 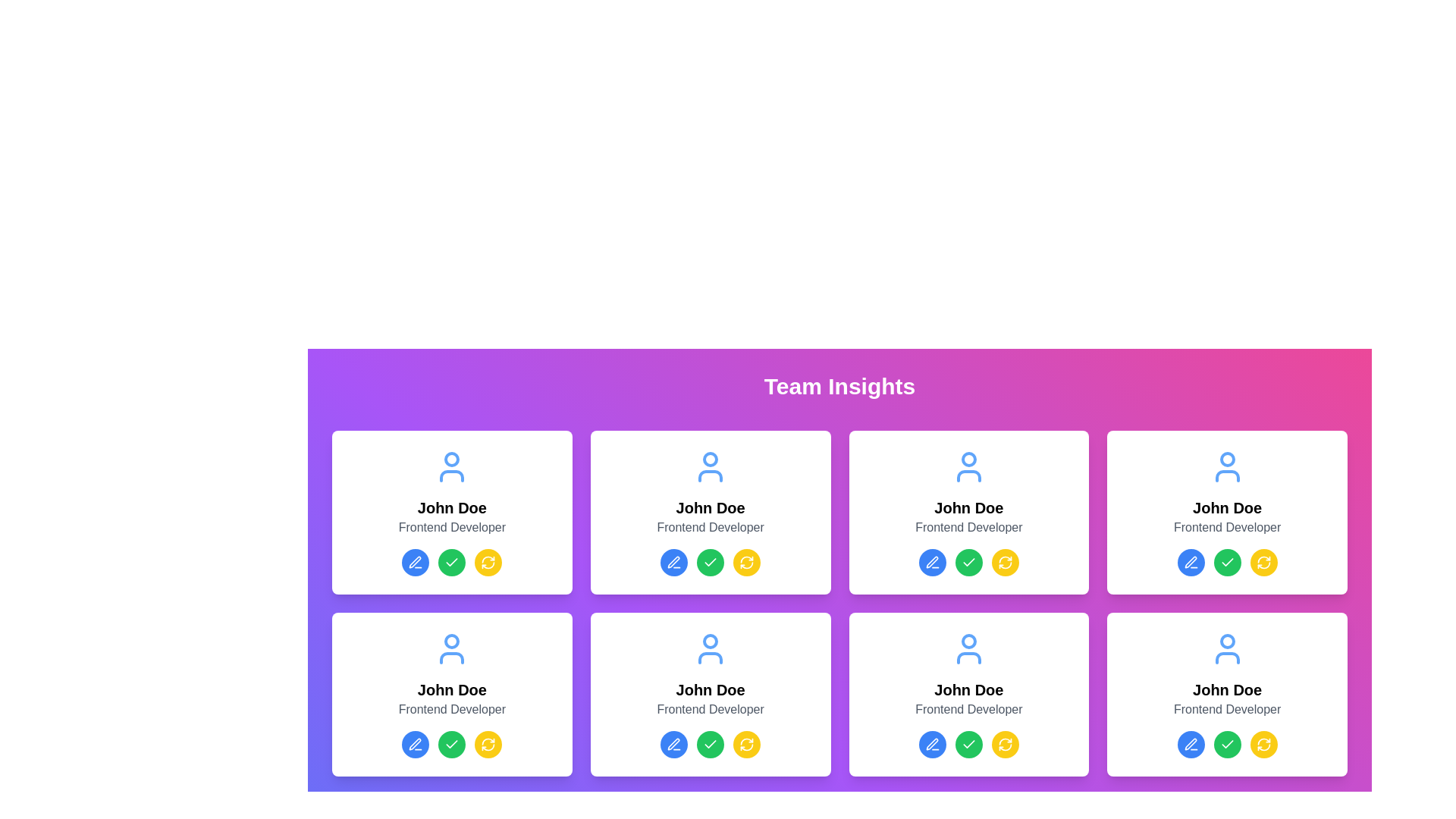 What do you see at coordinates (931, 562) in the screenshot?
I see `keyboard navigation` at bounding box center [931, 562].